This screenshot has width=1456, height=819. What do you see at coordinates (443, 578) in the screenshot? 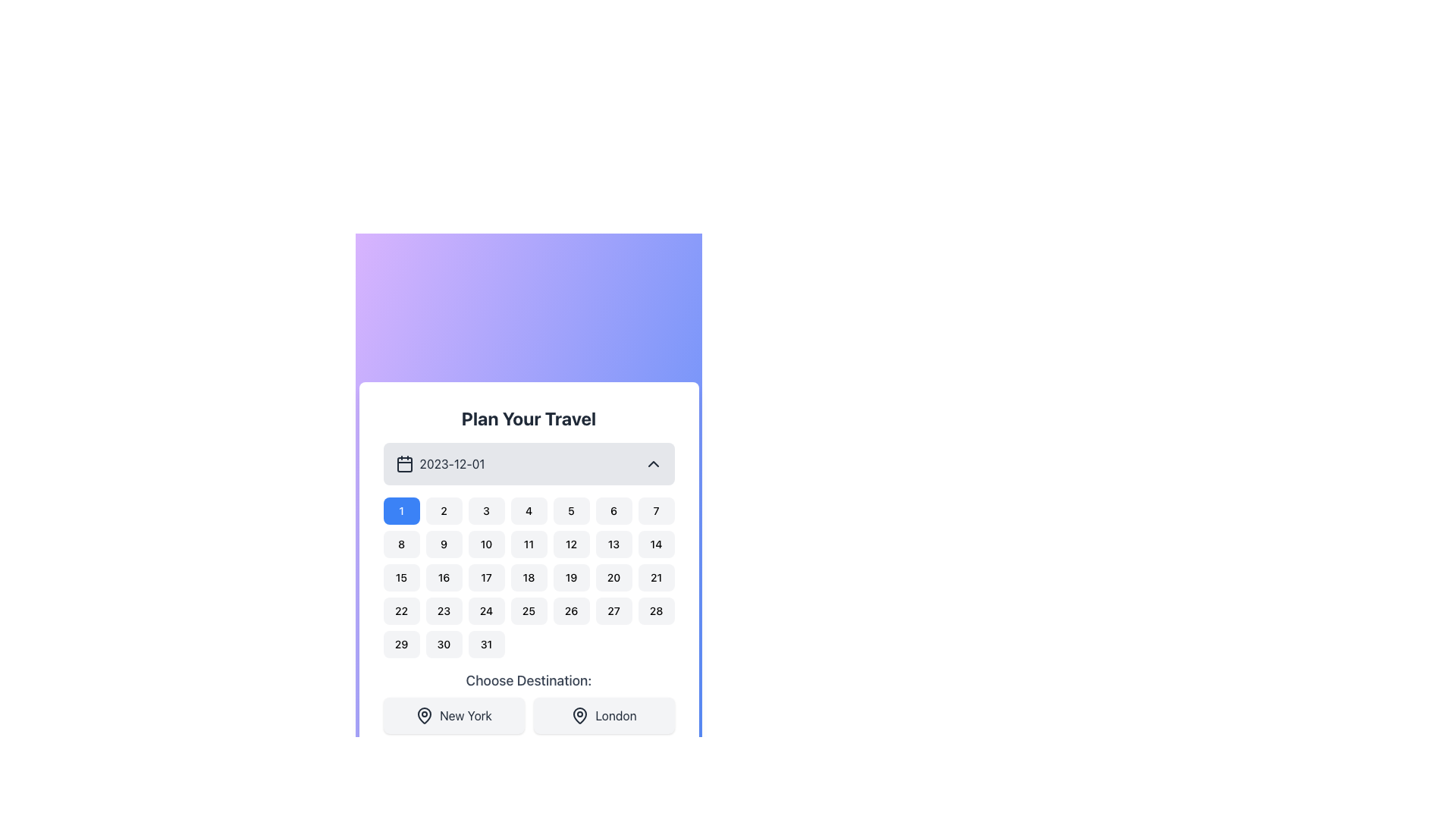
I see `the button displaying '16' in black font on a light gray background, which is part of a calendar grid layout` at bounding box center [443, 578].